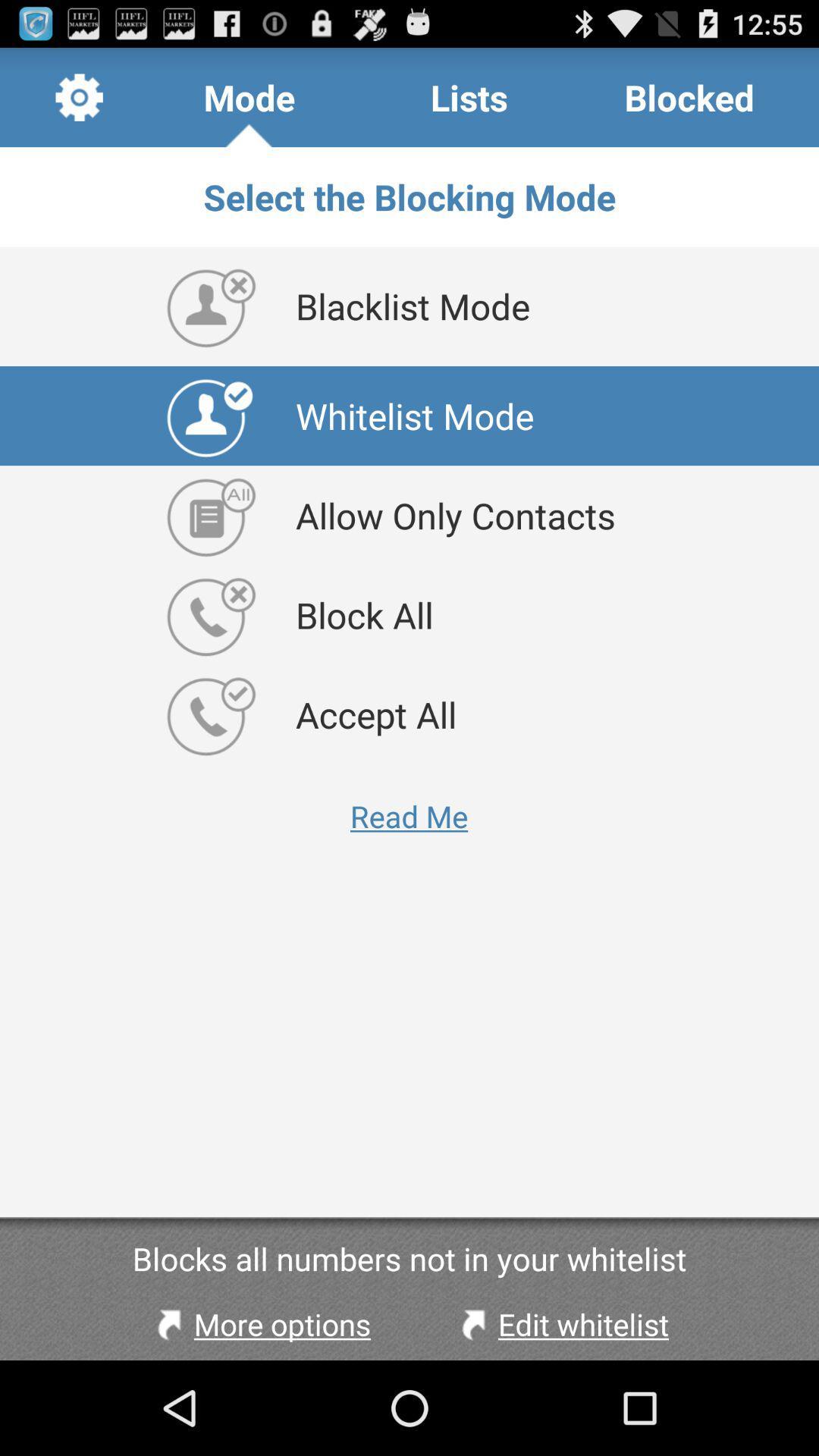 Image resolution: width=819 pixels, height=1456 pixels. I want to click on the app to the right of the lists item, so click(689, 96).